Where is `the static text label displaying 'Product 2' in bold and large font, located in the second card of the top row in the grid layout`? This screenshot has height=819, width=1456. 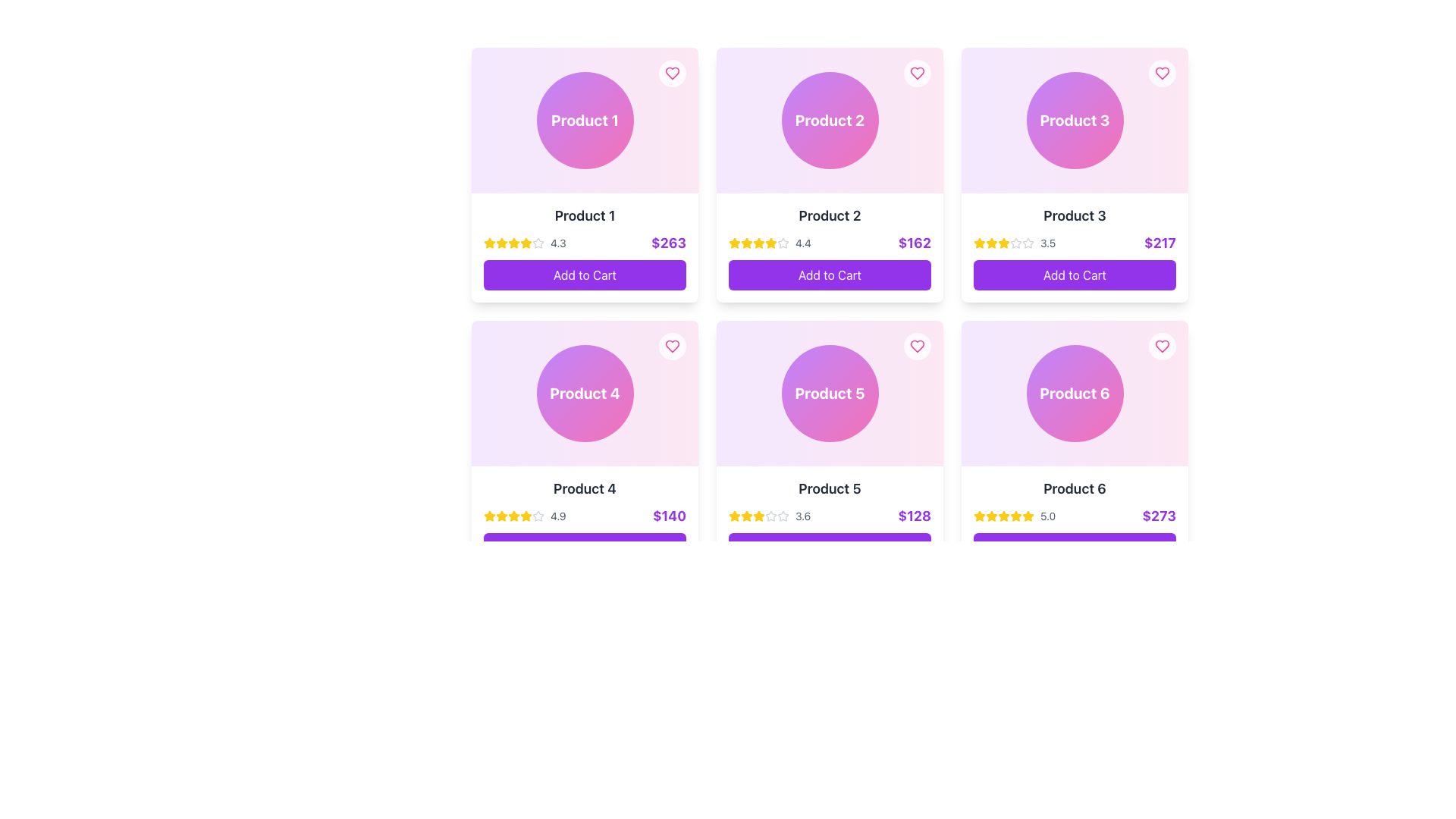 the static text label displaying 'Product 2' in bold and large font, located in the second card of the top row in the grid layout is located at coordinates (829, 216).